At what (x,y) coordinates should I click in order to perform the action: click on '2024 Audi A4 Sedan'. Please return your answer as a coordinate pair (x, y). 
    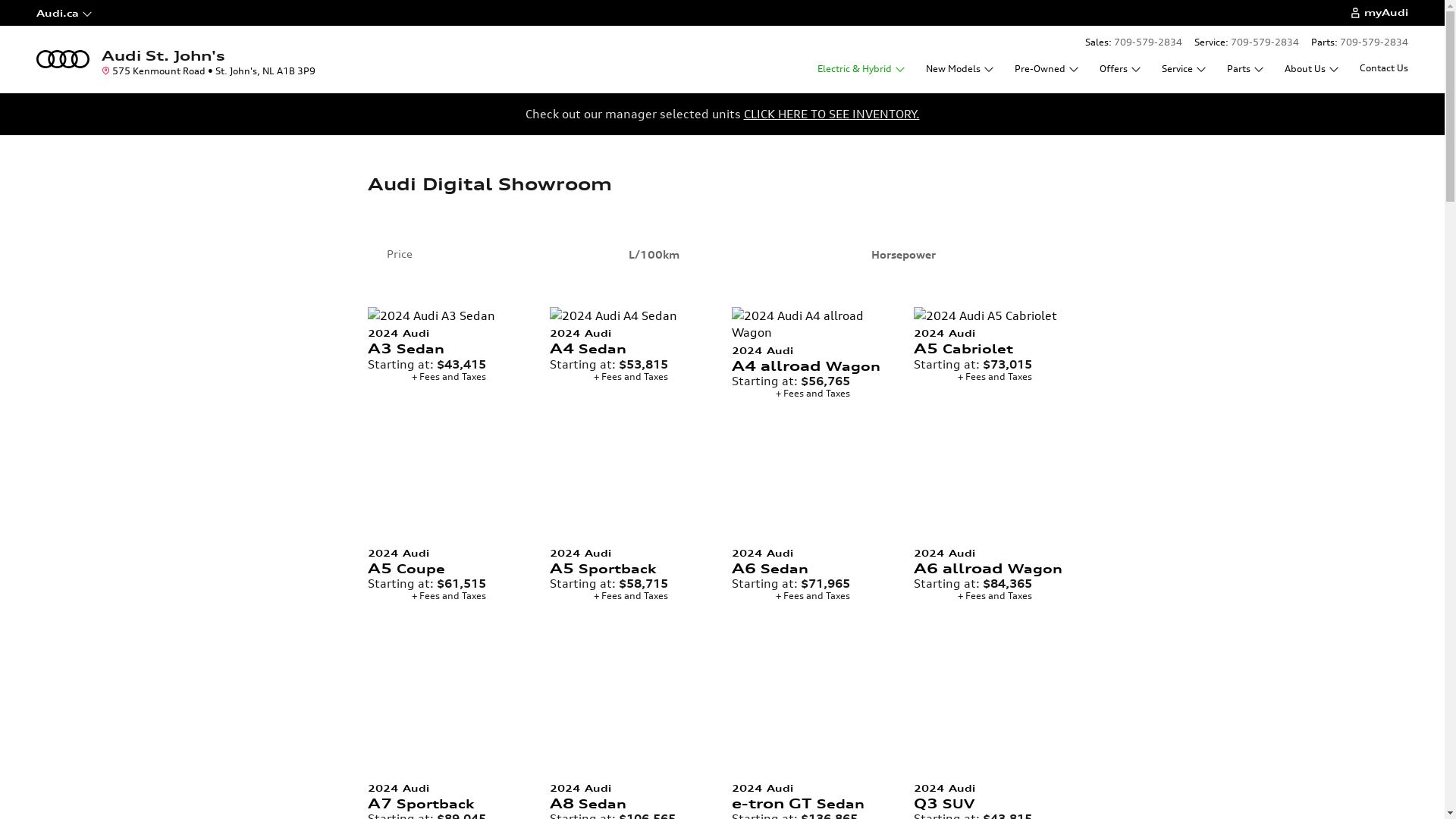
    Looking at the image, I should click on (623, 339).